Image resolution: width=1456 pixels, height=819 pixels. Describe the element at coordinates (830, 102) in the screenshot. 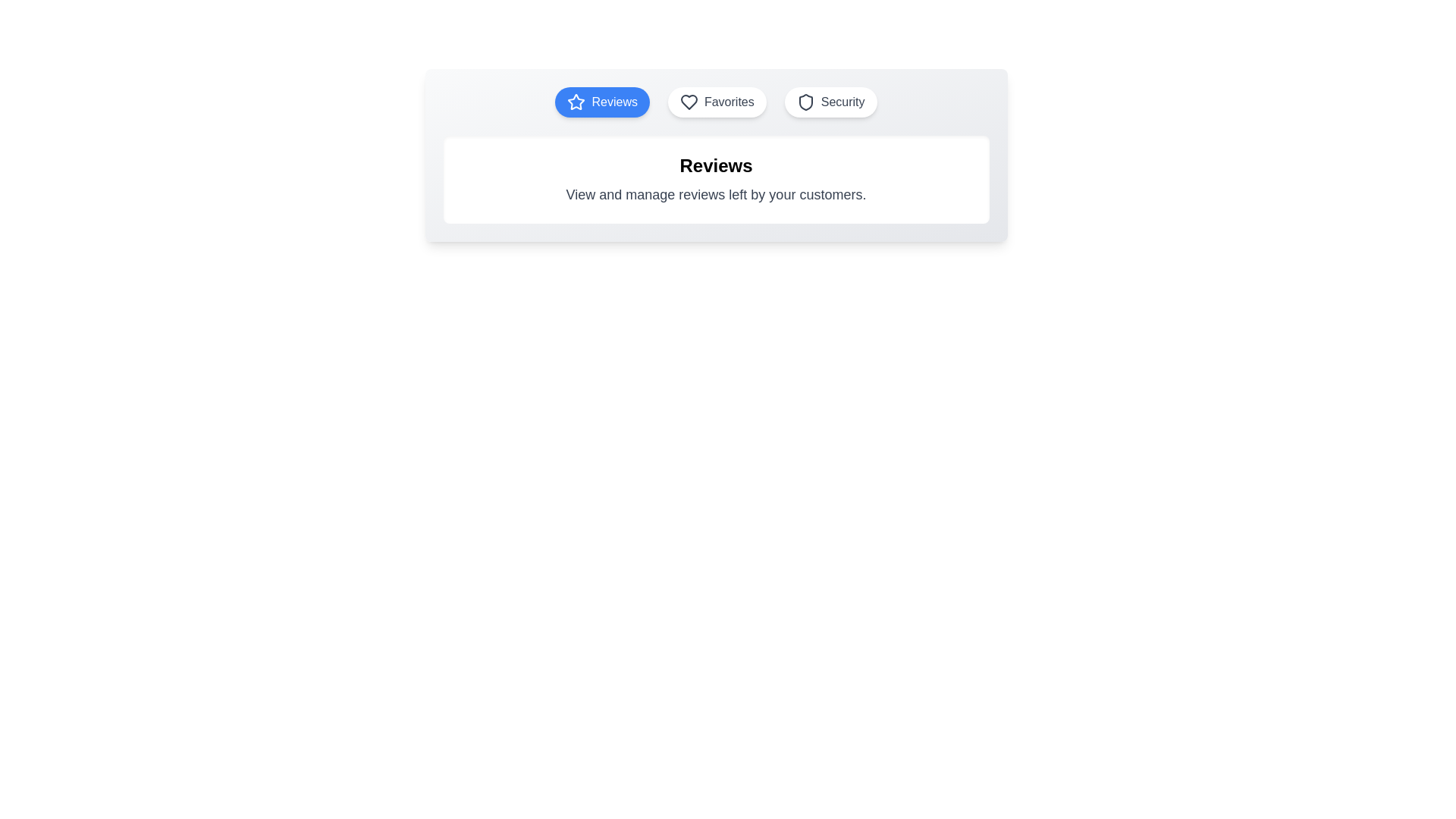

I see `the 'Security' tab to view its content` at that location.